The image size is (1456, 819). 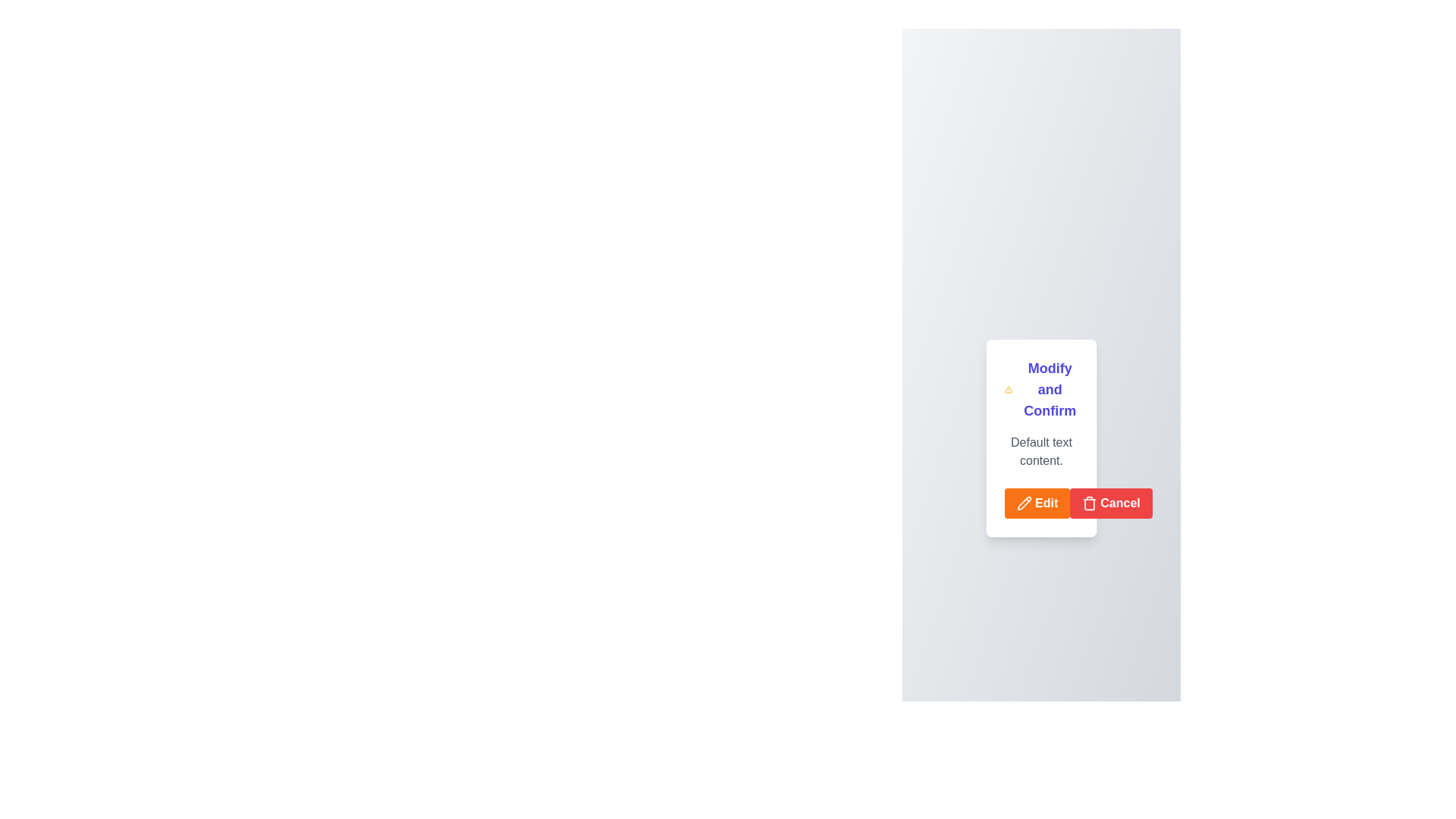 I want to click on the pencil icon within the orange 'Edit' button located at the bottom-left corner of the card interface, so click(x=1025, y=503).